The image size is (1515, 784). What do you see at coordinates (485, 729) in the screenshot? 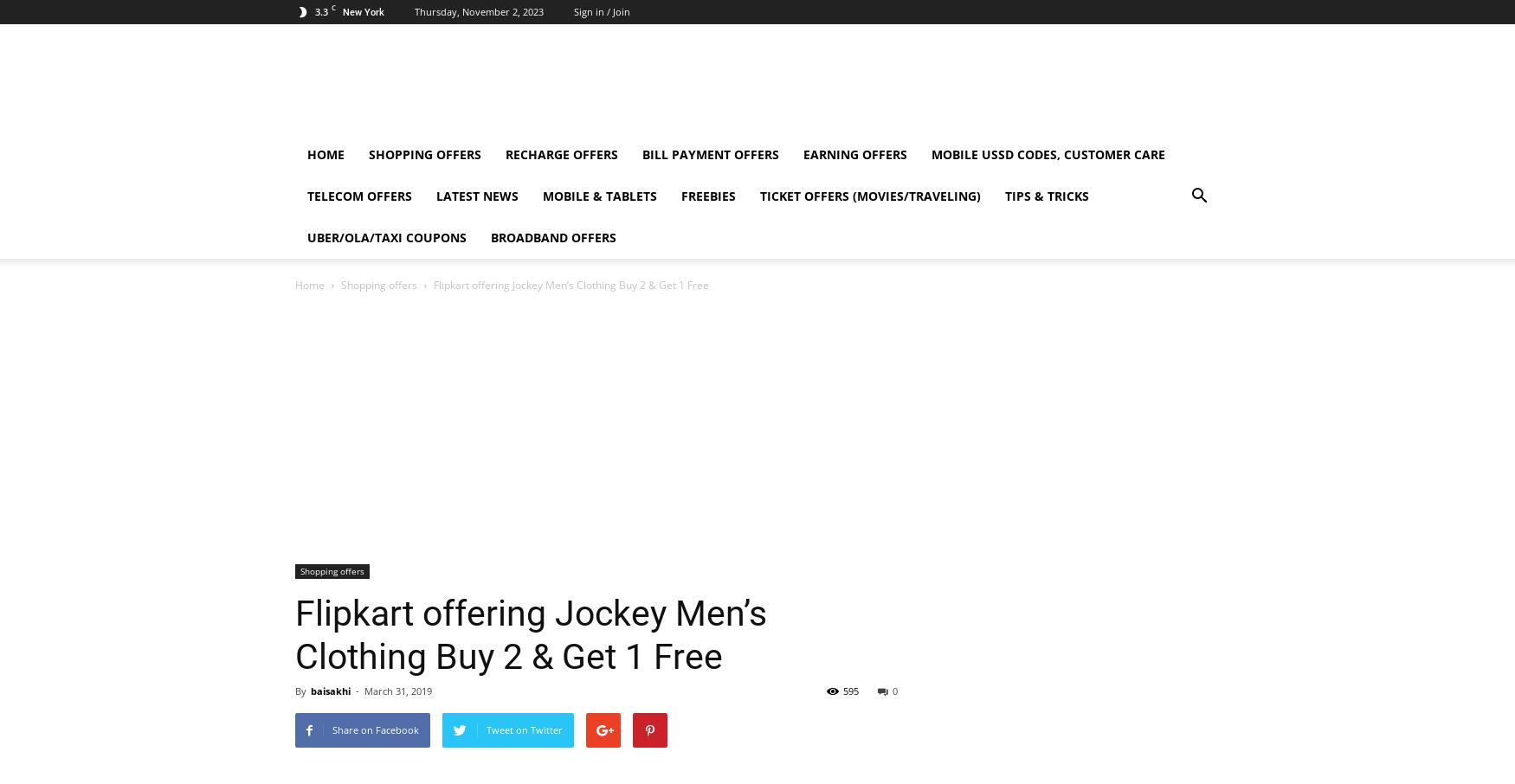
I see `'Tweet on Twitter'` at bounding box center [485, 729].